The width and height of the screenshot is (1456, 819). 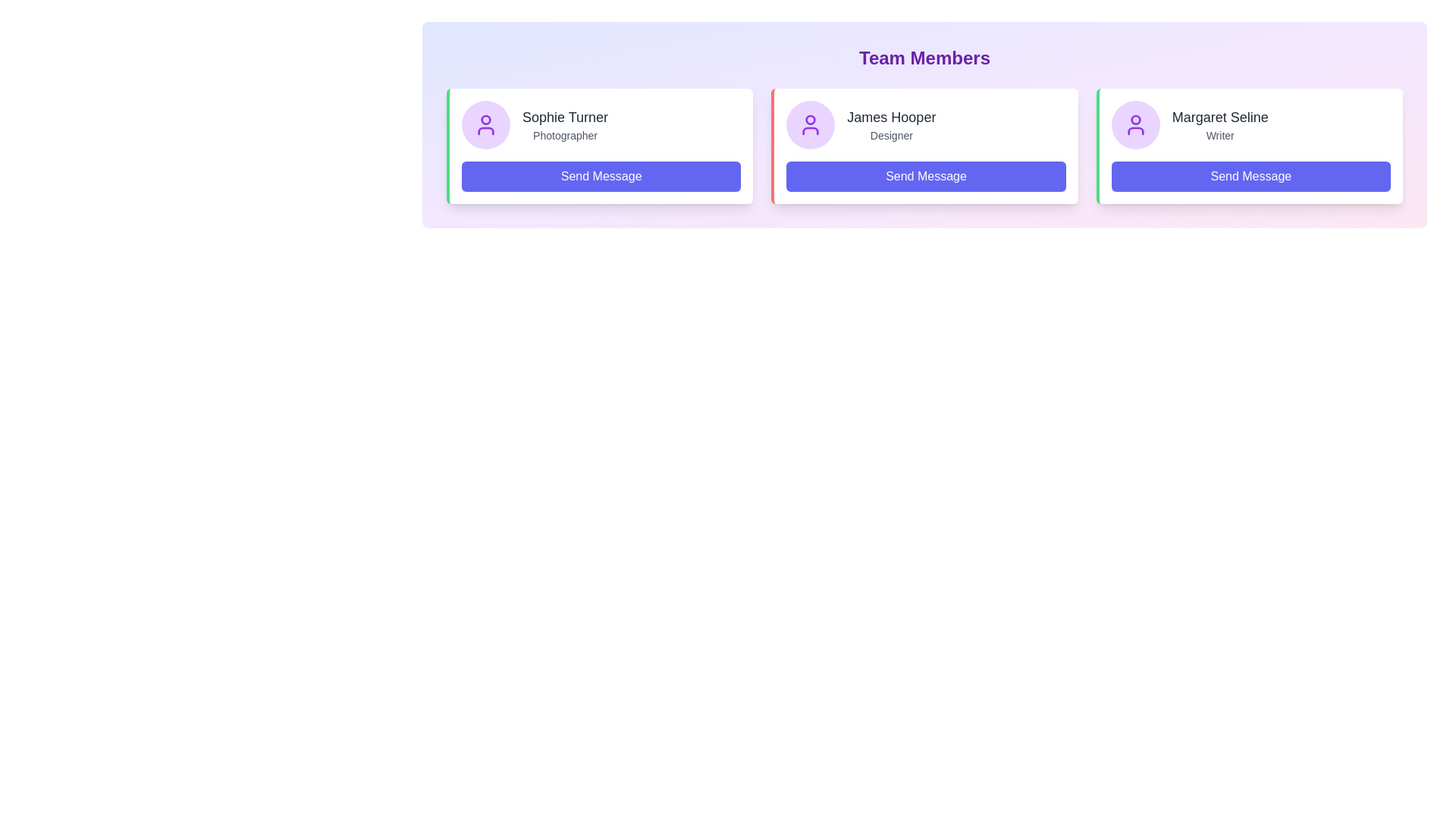 What do you see at coordinates (1250, 175) in the screenshot?
I see `the 'Send Message' button located at the bottom of the card for 'Margaret Seline', directly below the text 'Writer', to send a message` at bounding box center [1250, 175].